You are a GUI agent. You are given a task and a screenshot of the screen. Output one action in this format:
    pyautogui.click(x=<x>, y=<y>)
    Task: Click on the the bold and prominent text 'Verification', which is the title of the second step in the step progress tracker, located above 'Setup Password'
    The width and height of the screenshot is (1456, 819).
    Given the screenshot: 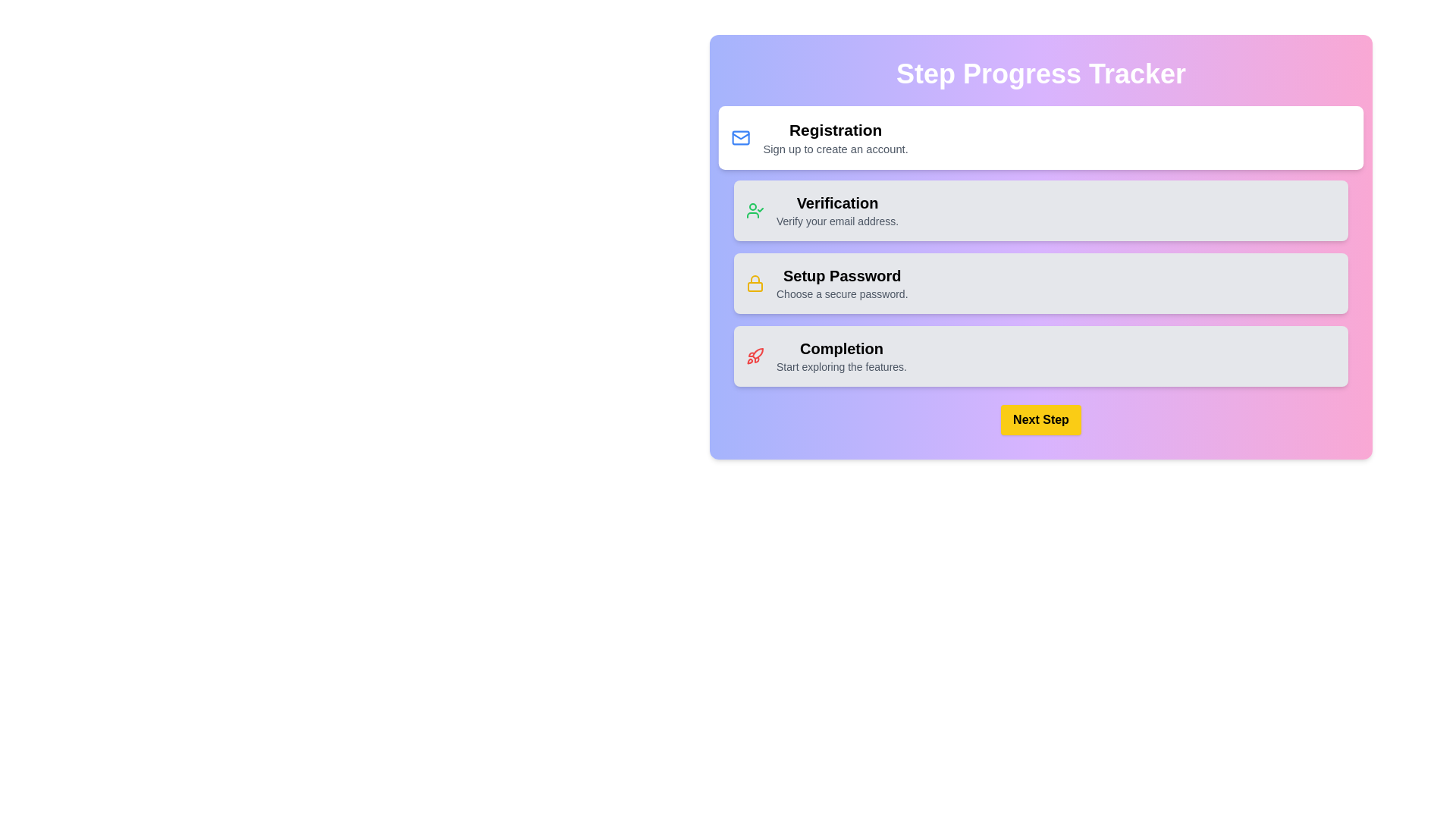 What is the action you would take?
    pyautogui.click(x=836, y=202)
    